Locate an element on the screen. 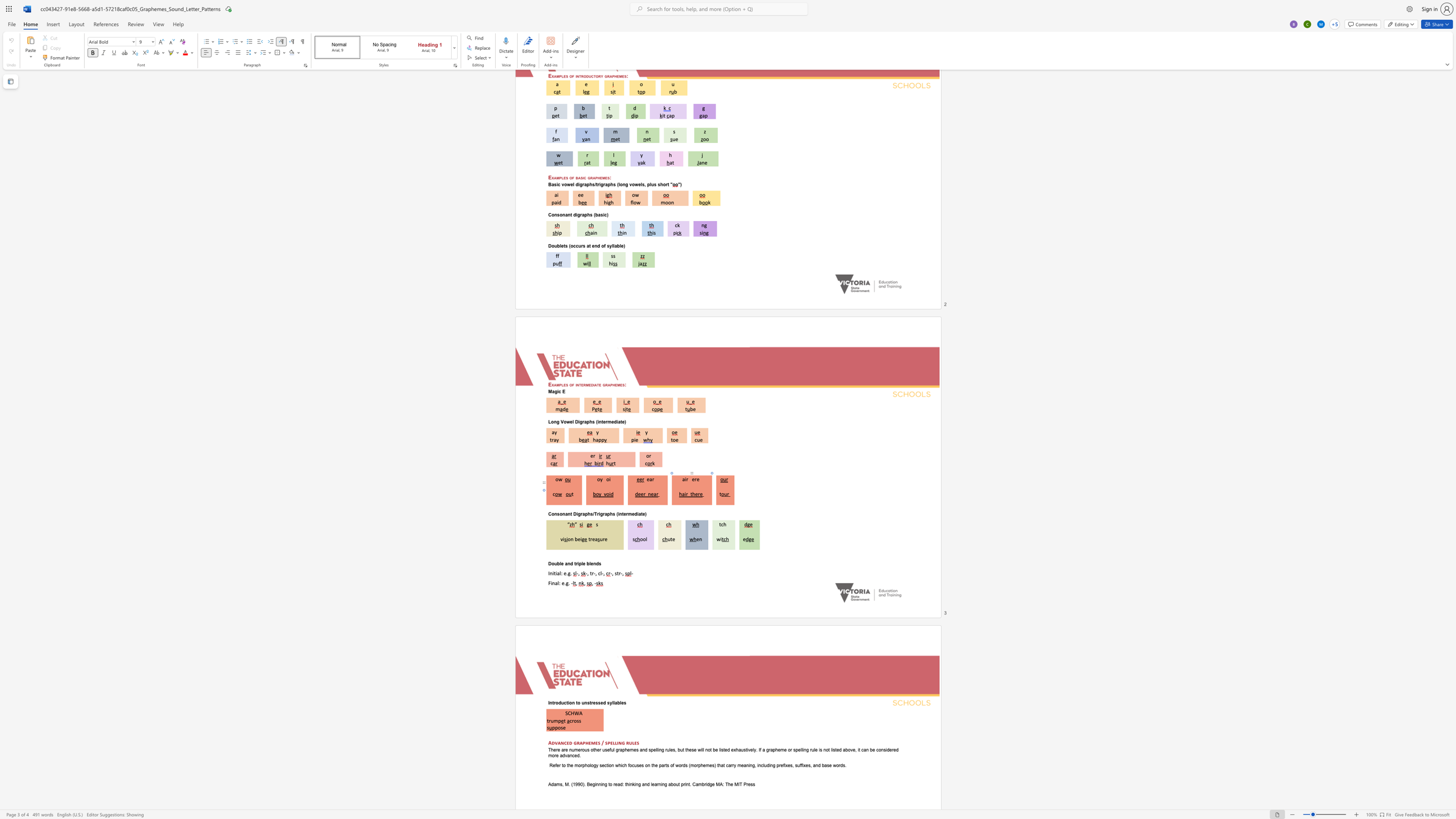 The height and width of the screenshot is (819, 1456). the 1th character "l" in the text is located at coordinates (560, 563).